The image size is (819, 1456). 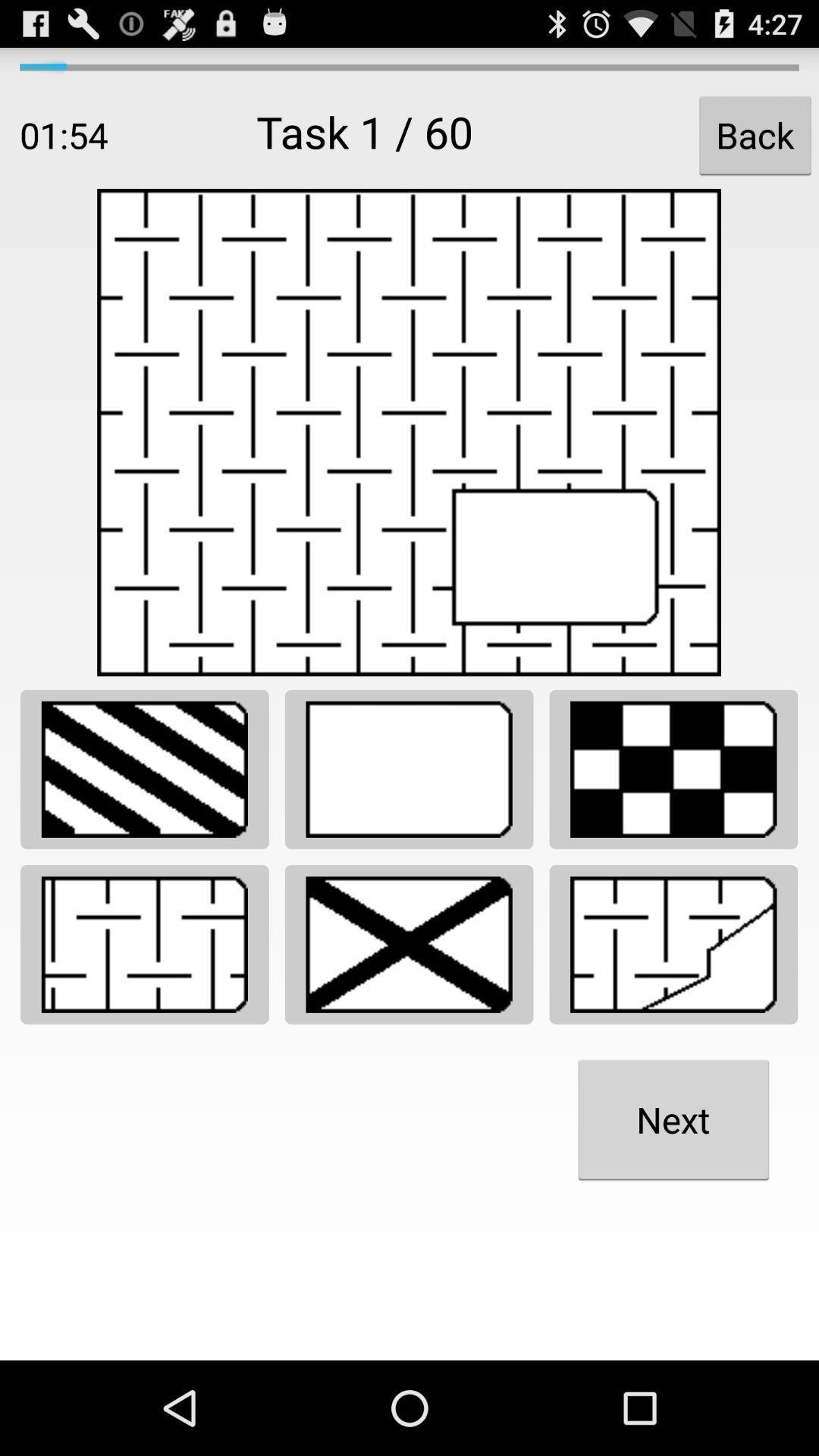 What do you see at coordinates (755, 135) in the screenshot?
I see `app next to task 1 / 60 item` at bounding box center [755, 135].